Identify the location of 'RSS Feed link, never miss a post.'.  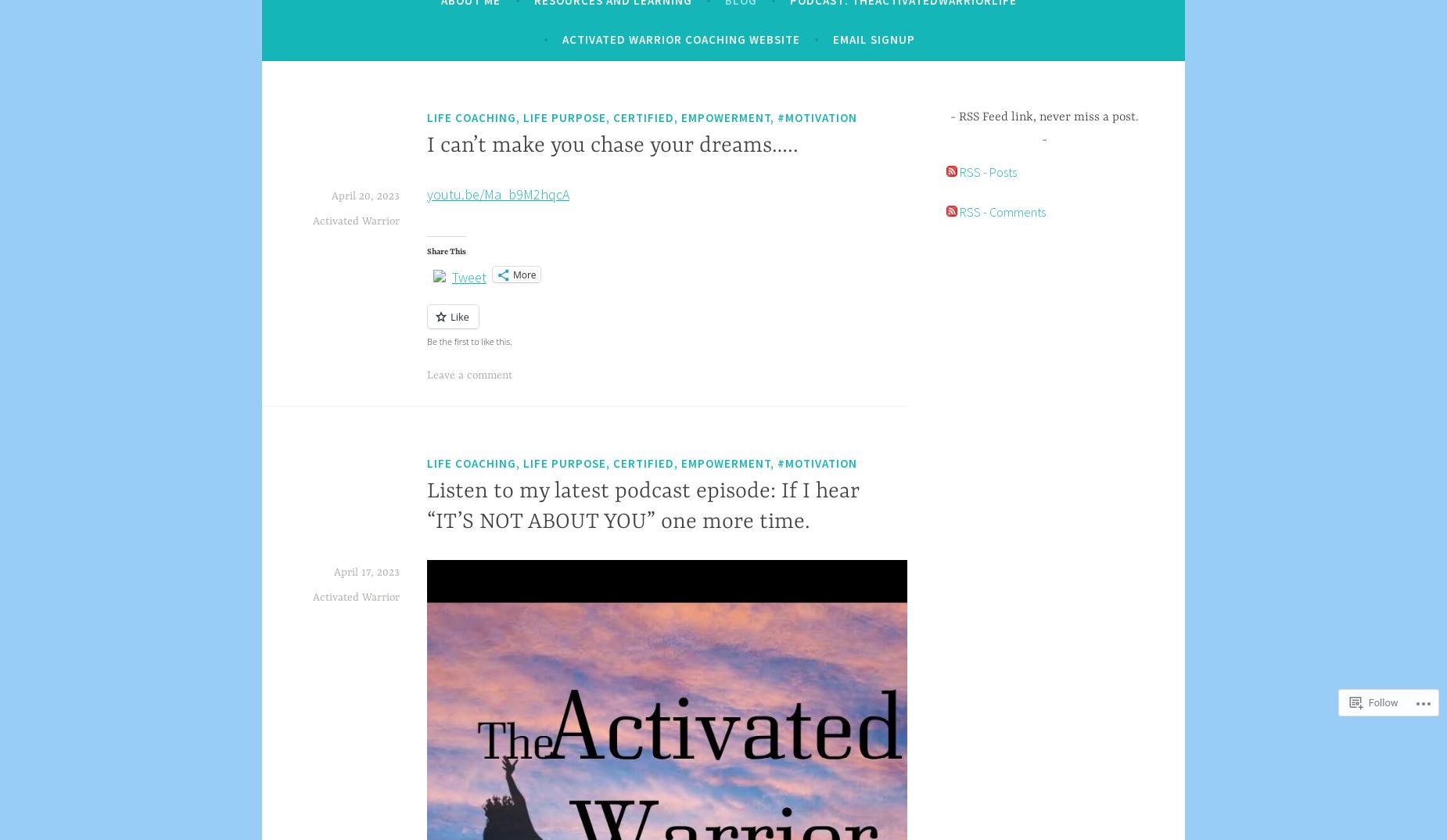
(1047, 115).